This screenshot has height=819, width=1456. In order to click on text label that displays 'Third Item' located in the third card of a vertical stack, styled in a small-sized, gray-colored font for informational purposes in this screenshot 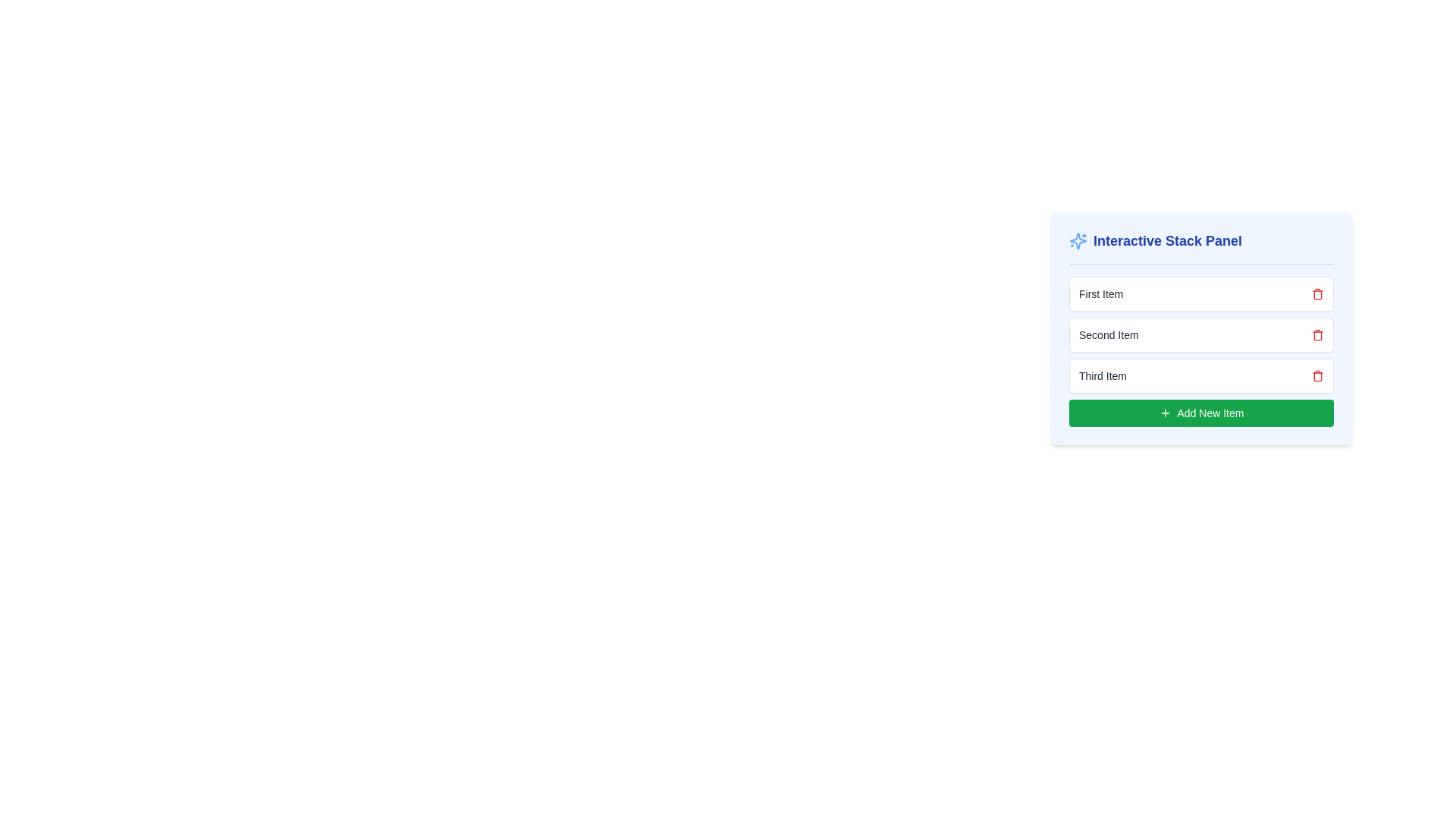, I will do `click(1103, 375)`.